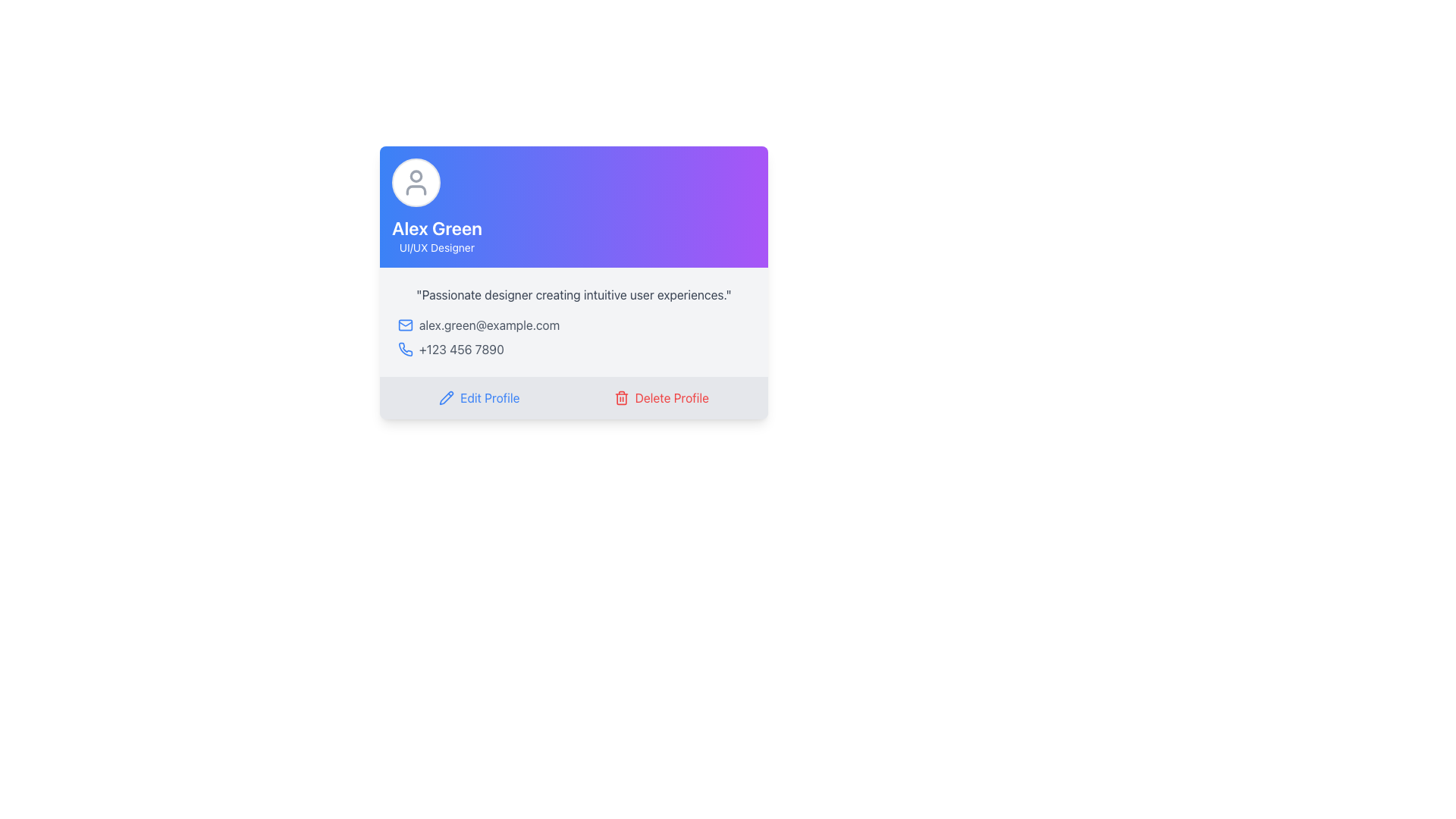  What do you see at coordinates (405, 324) in the screenshot?
I see `the email icon that visually represents the email address 'alex.green@example.com', located to the left of the email address in the same row` at bounding box center [405, 324].